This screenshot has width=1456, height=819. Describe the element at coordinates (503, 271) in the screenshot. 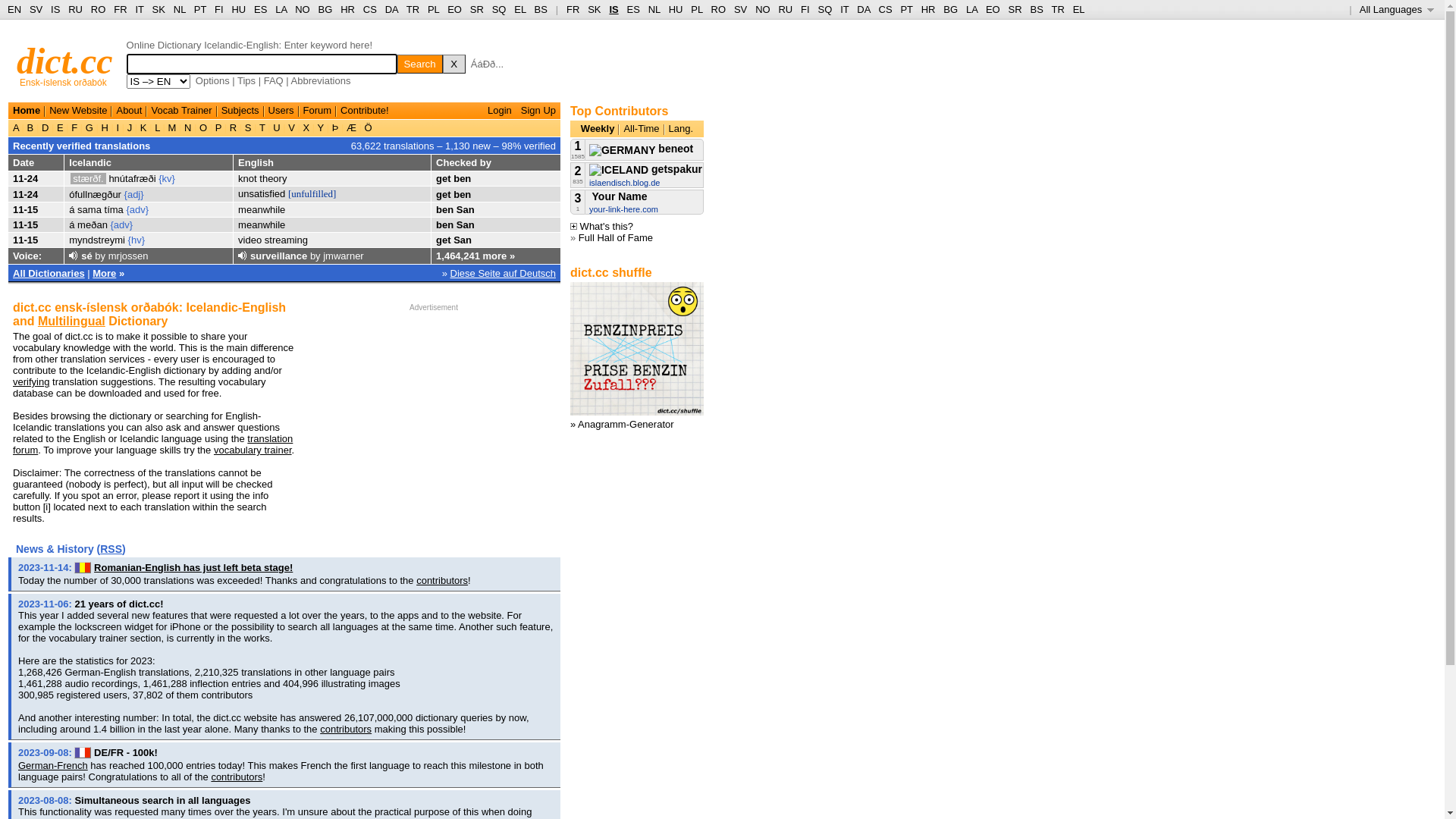

I see `'Diese Seite auf Deutsch'` at that location.